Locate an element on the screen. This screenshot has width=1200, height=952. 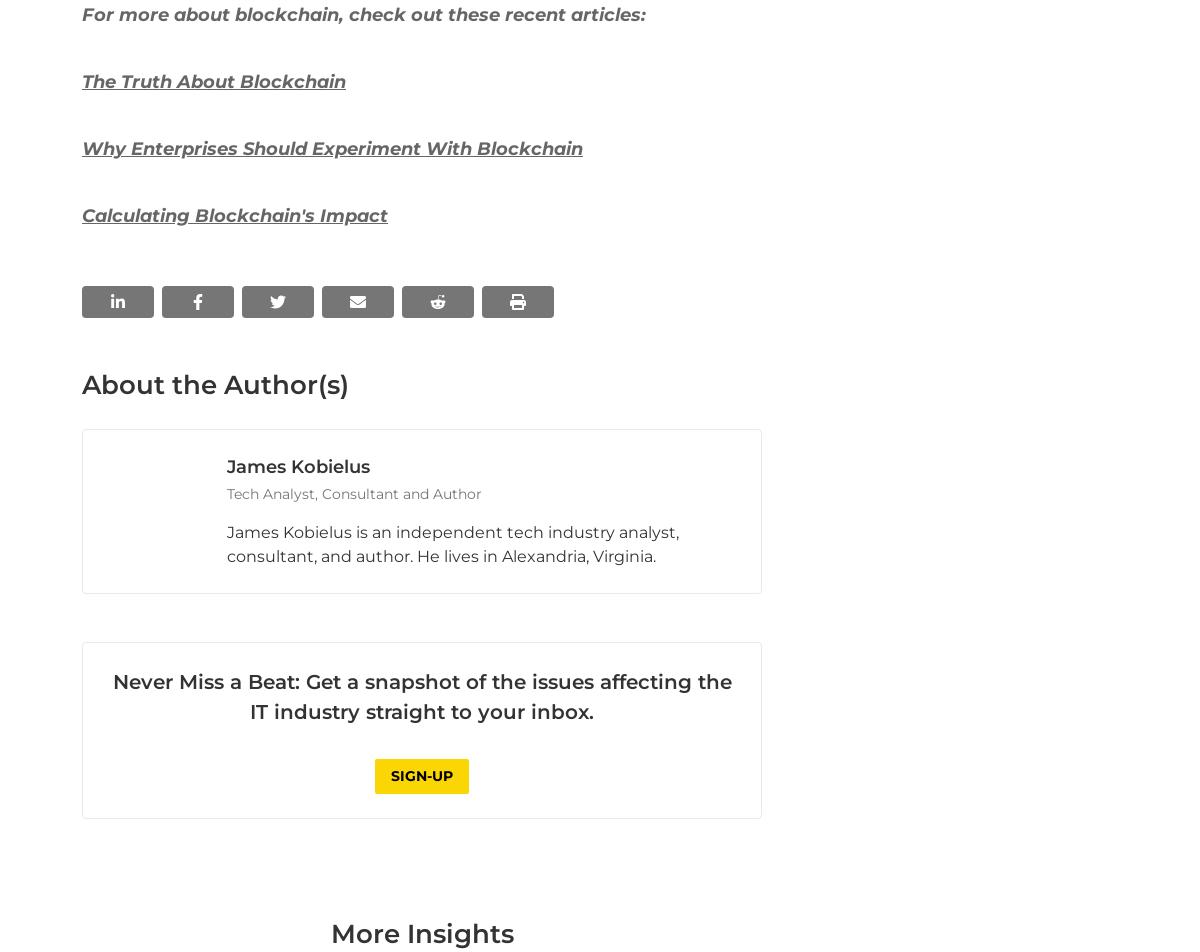
'challenges associated with the current state of blockchain technology.' is located at coordinates (399, 150).